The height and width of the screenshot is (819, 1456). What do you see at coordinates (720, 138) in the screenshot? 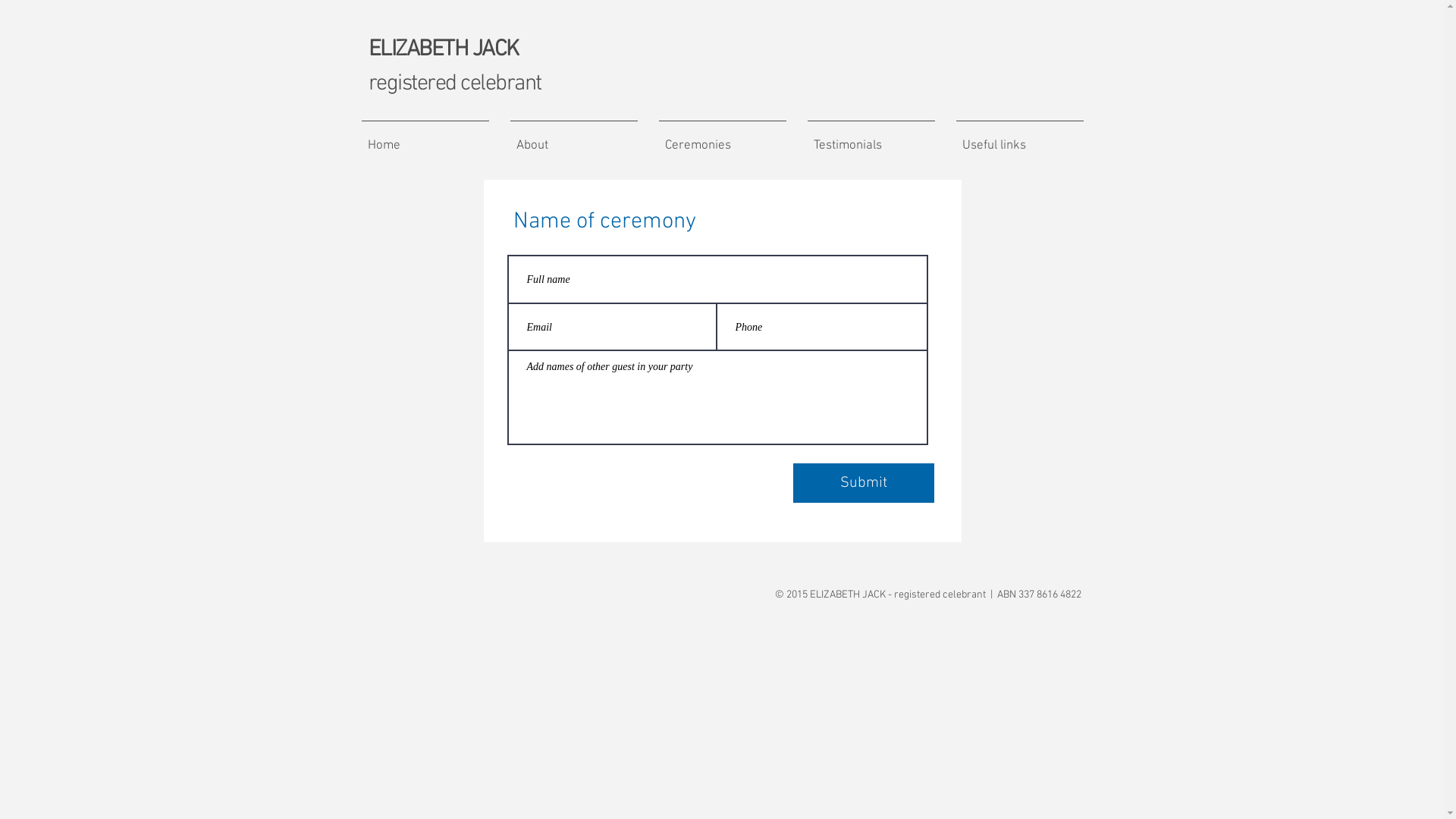
I see `'Ceremonies'` at bounding box center [720, 138].